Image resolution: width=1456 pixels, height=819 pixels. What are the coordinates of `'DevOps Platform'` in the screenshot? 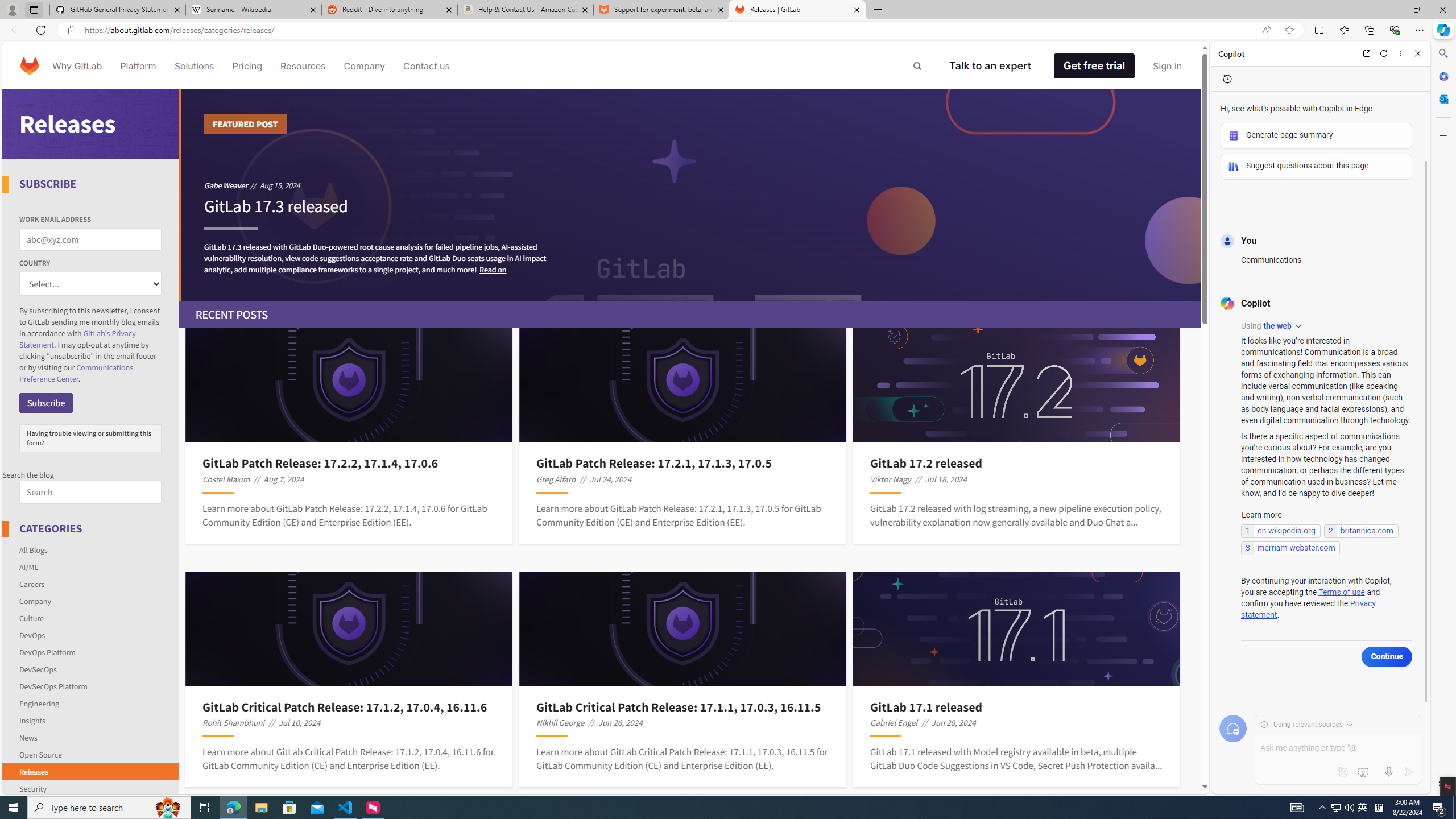 It's located at (90, 651).